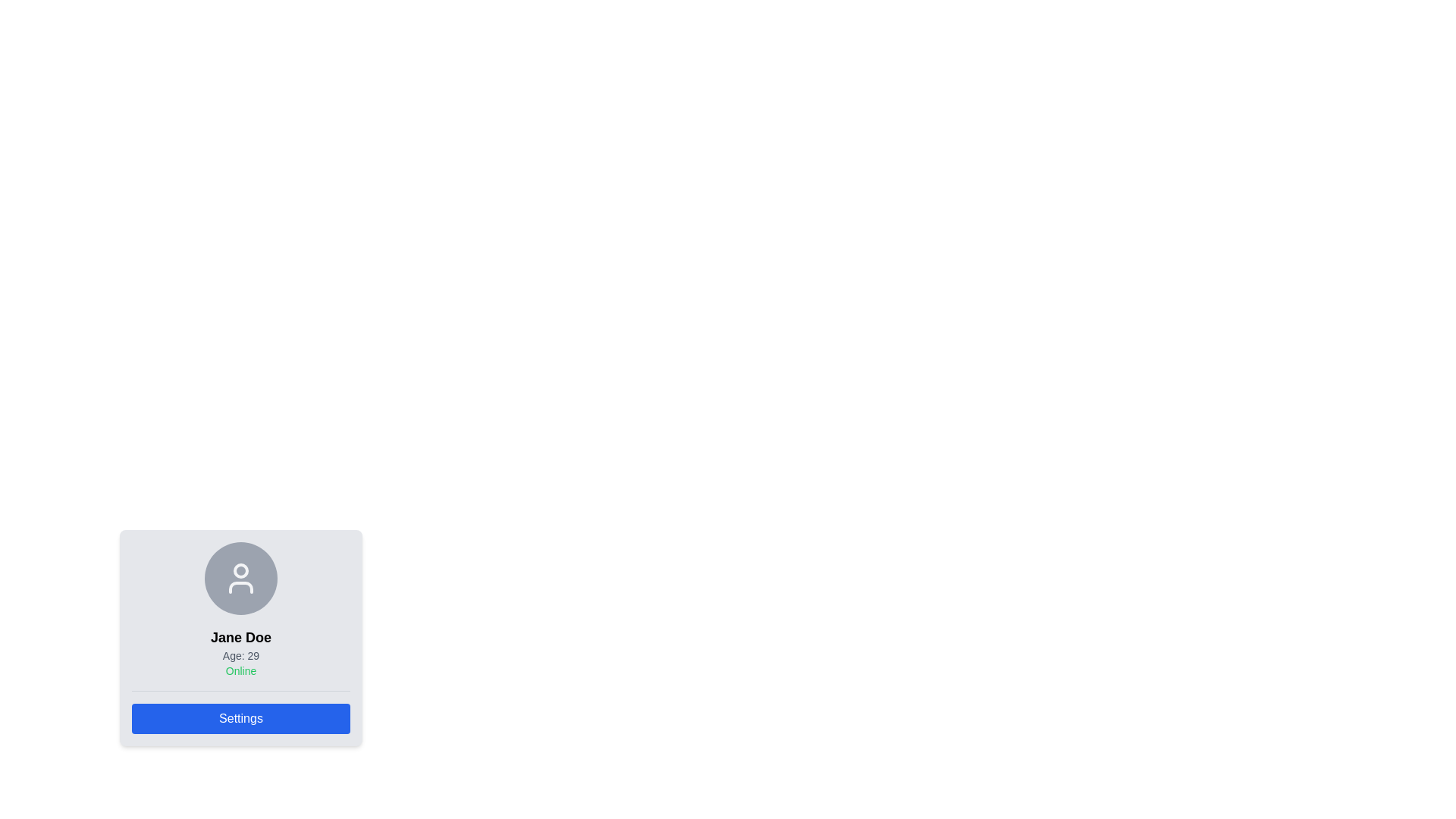  Describe the element at coordinates (240, 718) in the screenshot. I see `the 'Settings' button with a blue background and white bold text located at the bottom of the profile card` at that location.